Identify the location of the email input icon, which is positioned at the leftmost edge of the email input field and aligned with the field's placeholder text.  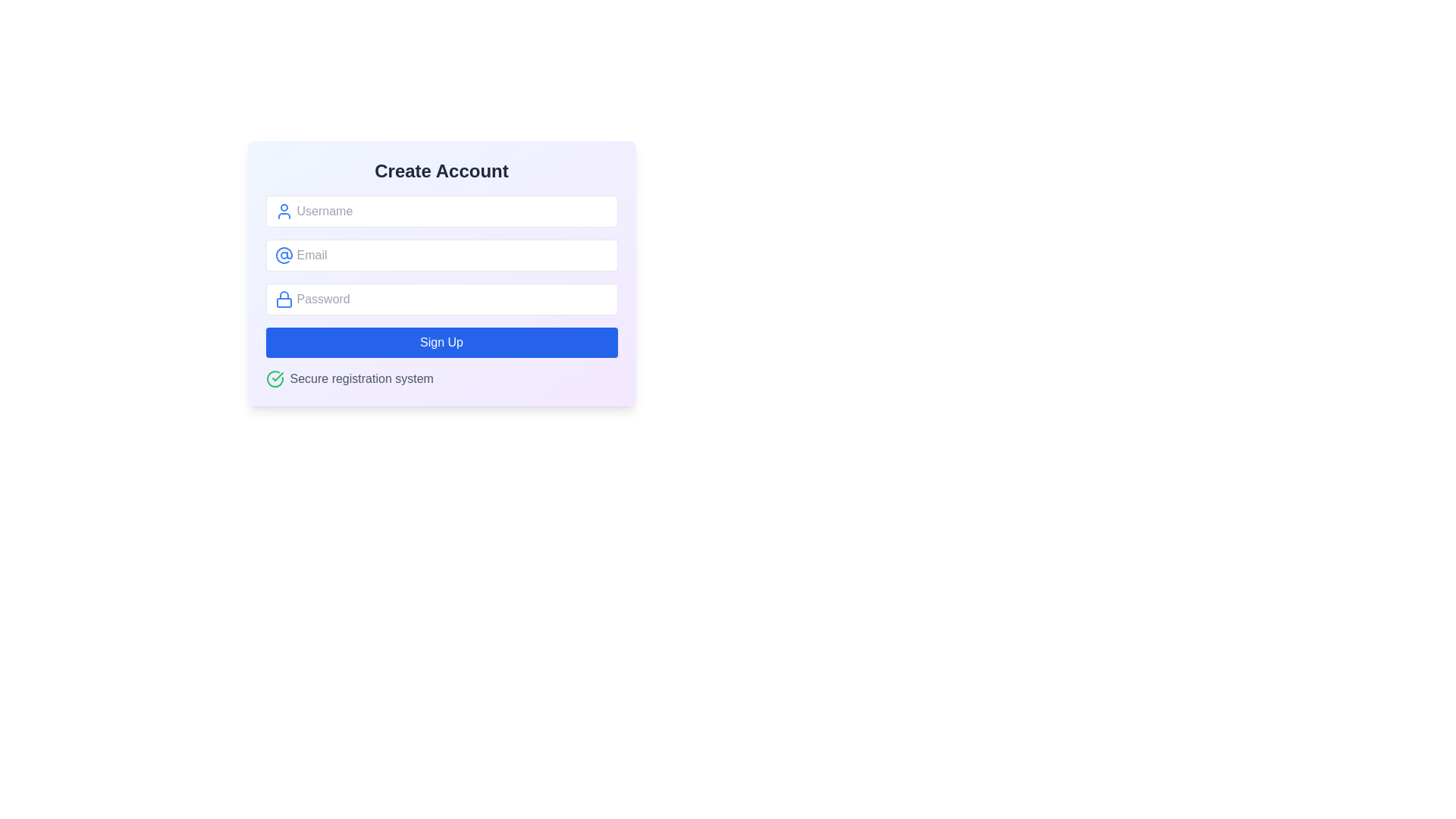
(284, 254).